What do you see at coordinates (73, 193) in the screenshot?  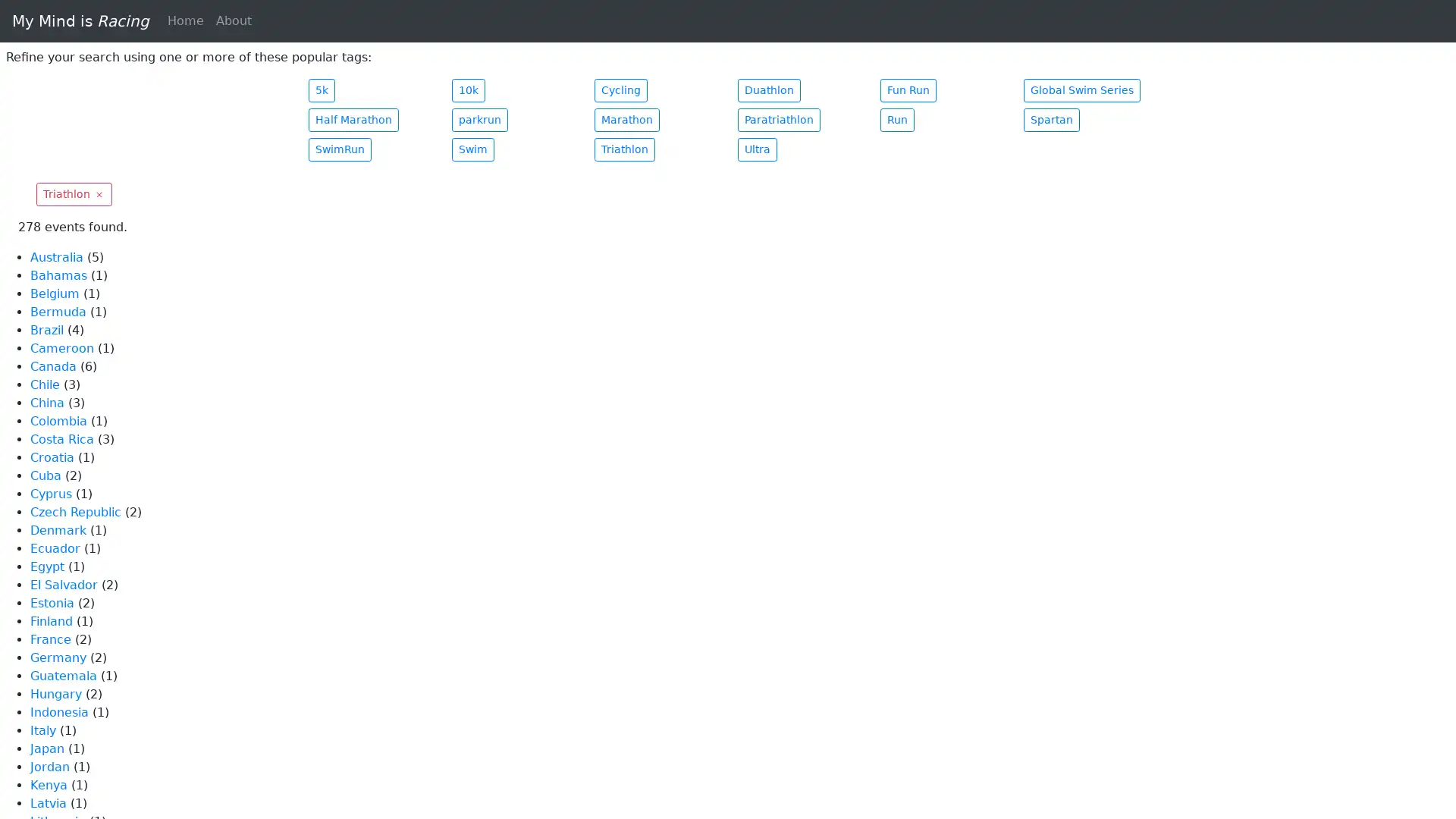 I see `Triathlon` at bounding box center [73, 193].